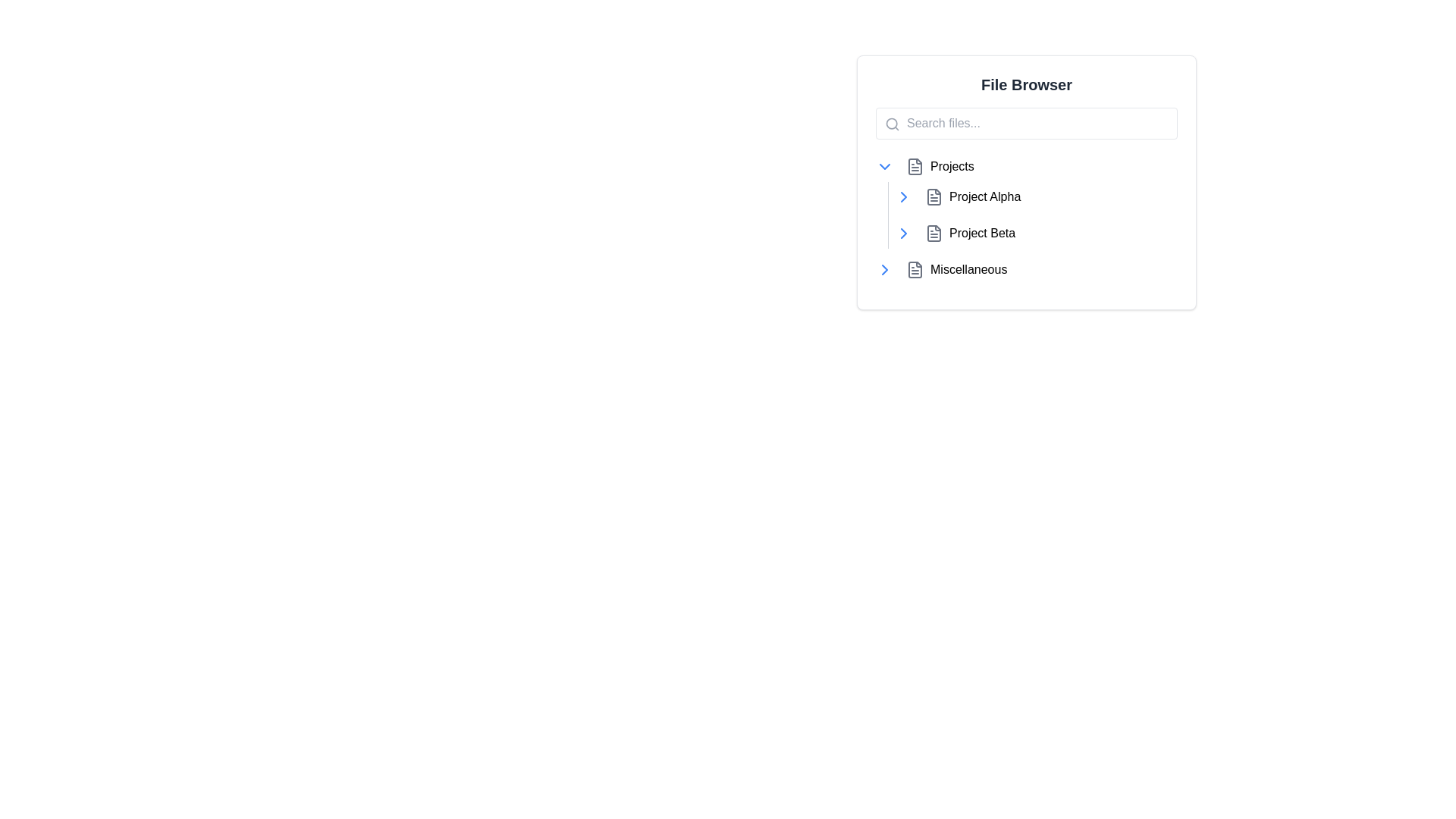 The height and width of the screenshot is (819, 1456). What do you see at coordinates (914, 166) in the screenshot?
I see `the document file icon associated with 'Projects'` at bounding box center [914, 166].